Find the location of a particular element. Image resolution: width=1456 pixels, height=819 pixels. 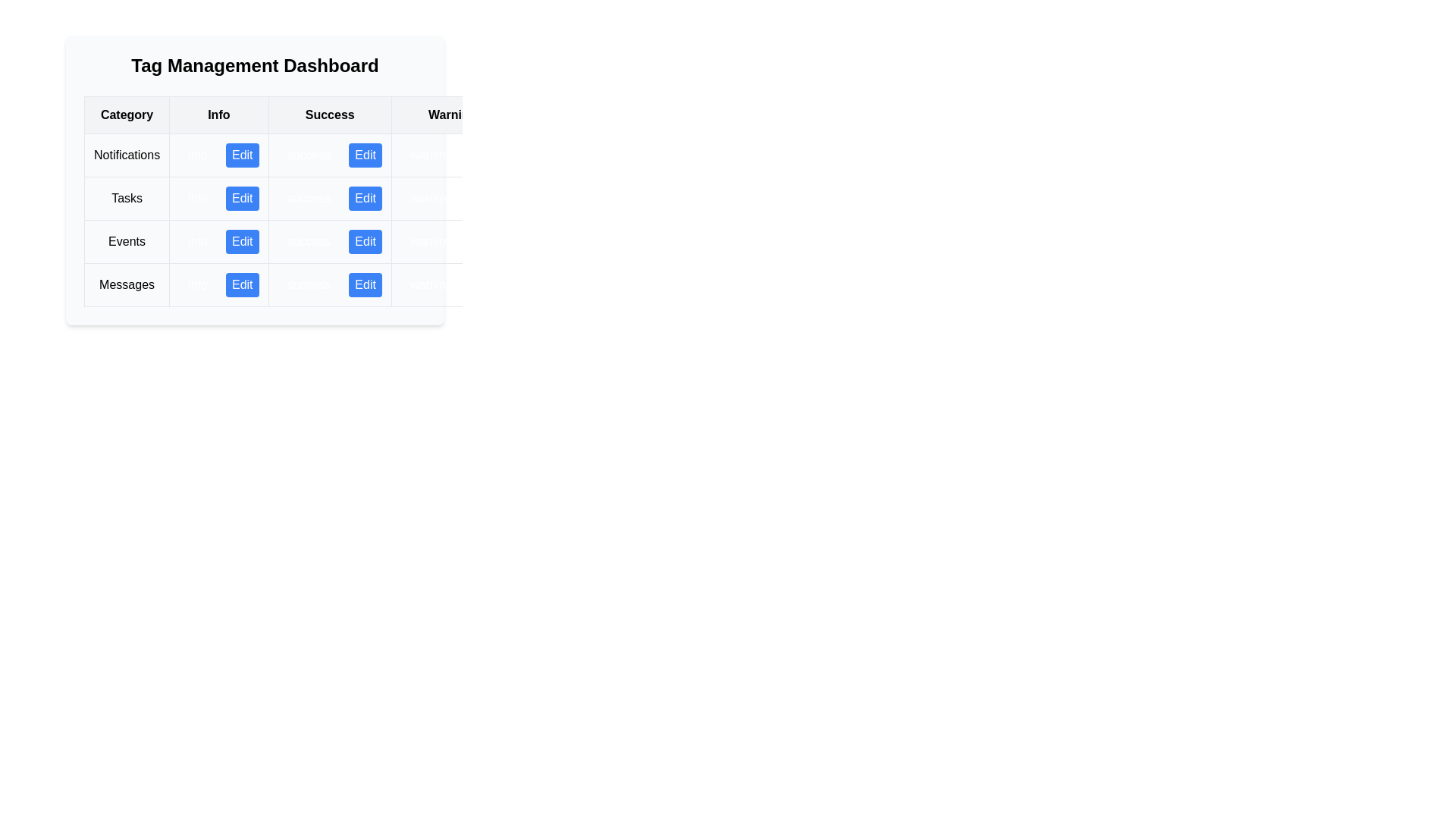

the composite component labeled 'success' with a green background and adjacent blue button labeled 'Edit' for interaction hints is located at coordinates (329, 241).